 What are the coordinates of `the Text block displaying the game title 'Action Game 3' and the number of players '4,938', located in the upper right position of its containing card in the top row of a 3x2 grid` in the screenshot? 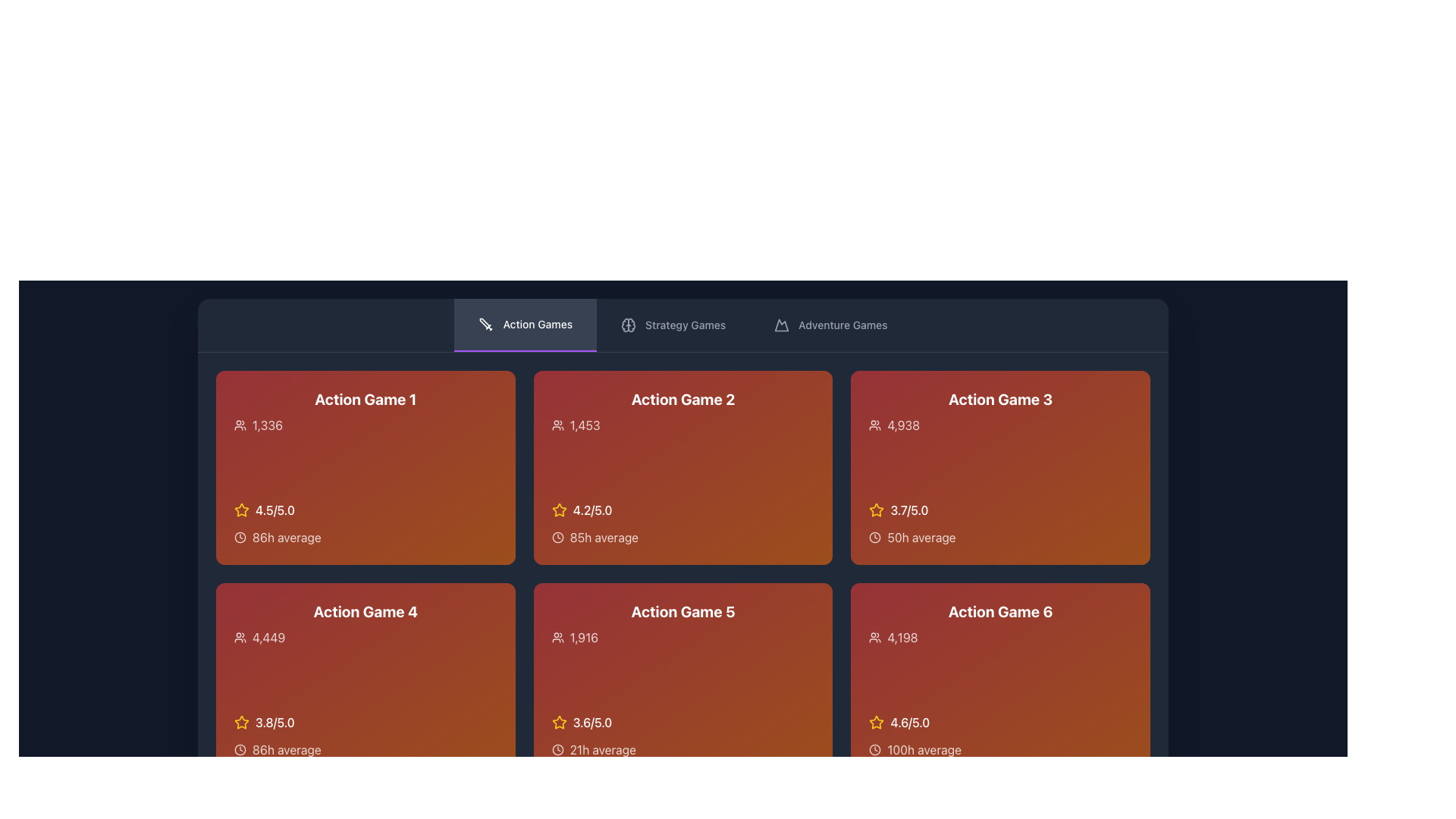 It's located at (1000, 412).